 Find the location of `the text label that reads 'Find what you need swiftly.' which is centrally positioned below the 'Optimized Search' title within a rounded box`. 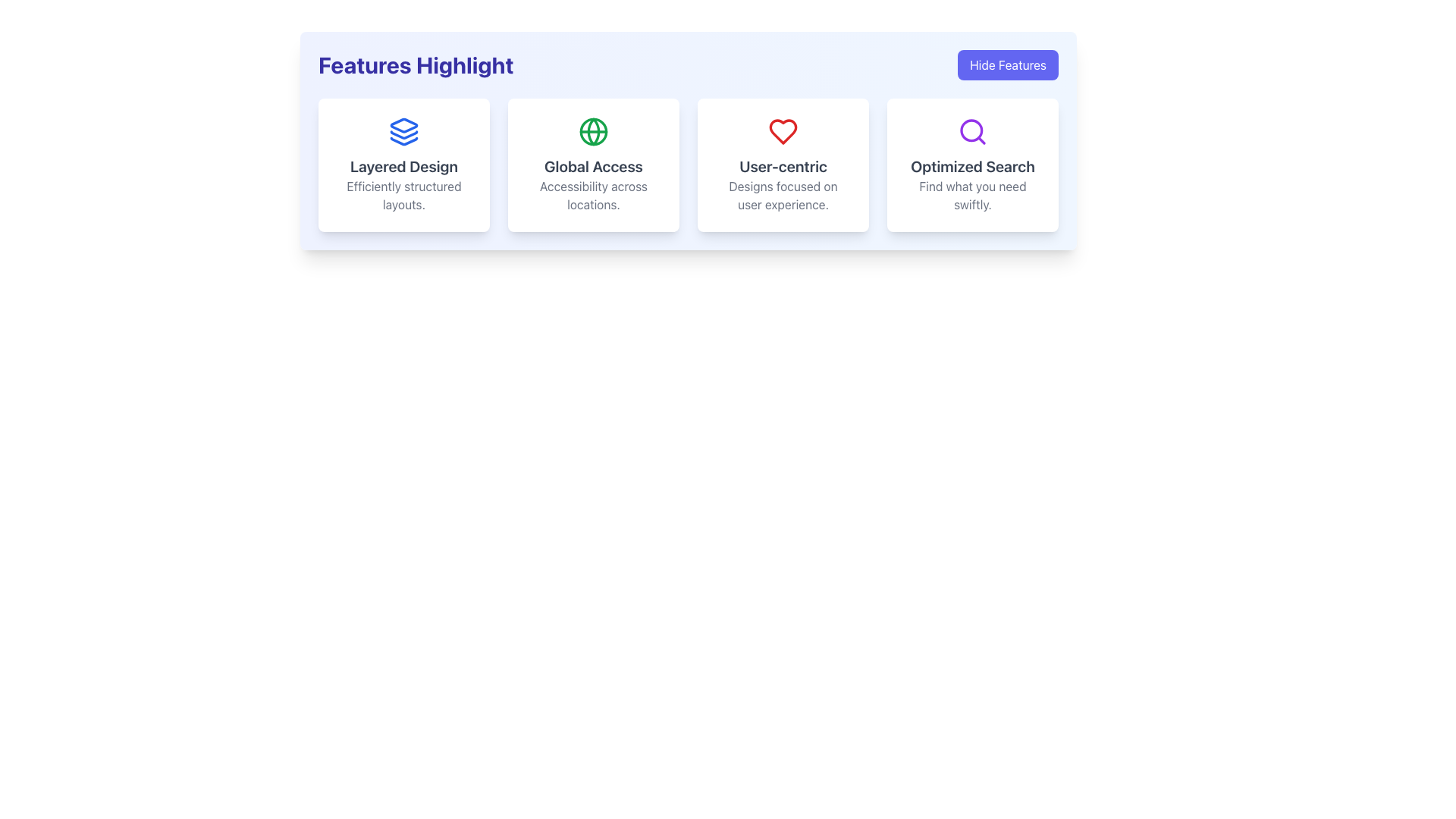

the text label that reads 'Find what you need swiftly.' which is centrally positioned below the 'Optimized Search' title within a rounded box is located at coordinates (972, 195).